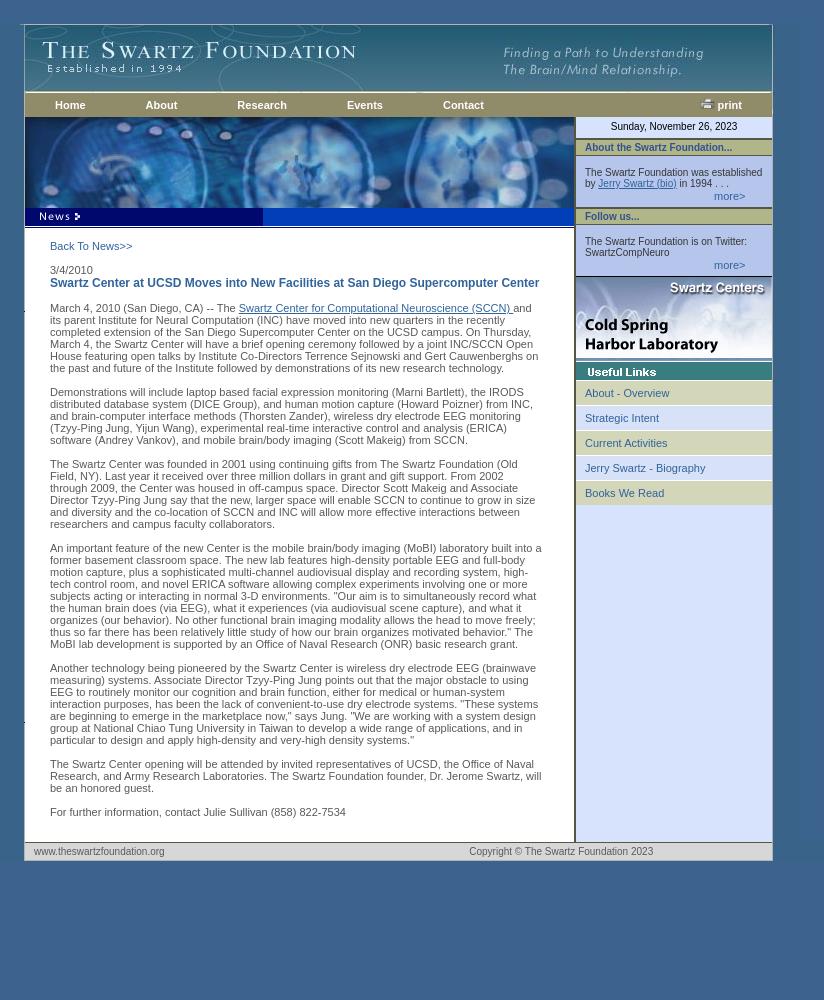  What do you see at coordinates (70, 270) in the screenshot?
I see `'3/4/2010'` at bounding box center [70, 270].